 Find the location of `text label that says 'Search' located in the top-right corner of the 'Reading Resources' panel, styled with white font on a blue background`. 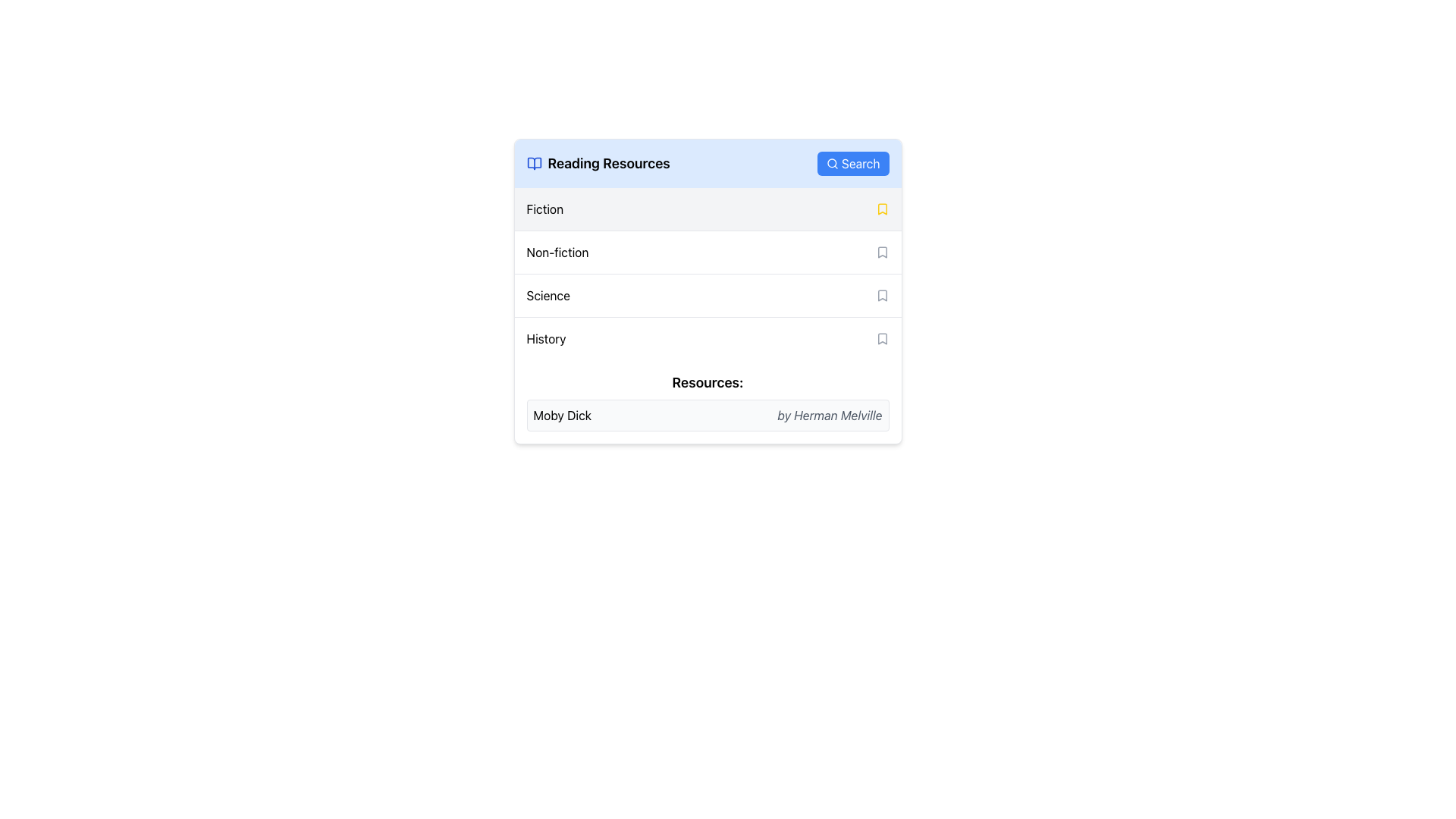

text label that says 'Search' located in the top-right corner of the 'Reading Resources' panel, styled with white font on a blue background is located at coordinates (861, 164).